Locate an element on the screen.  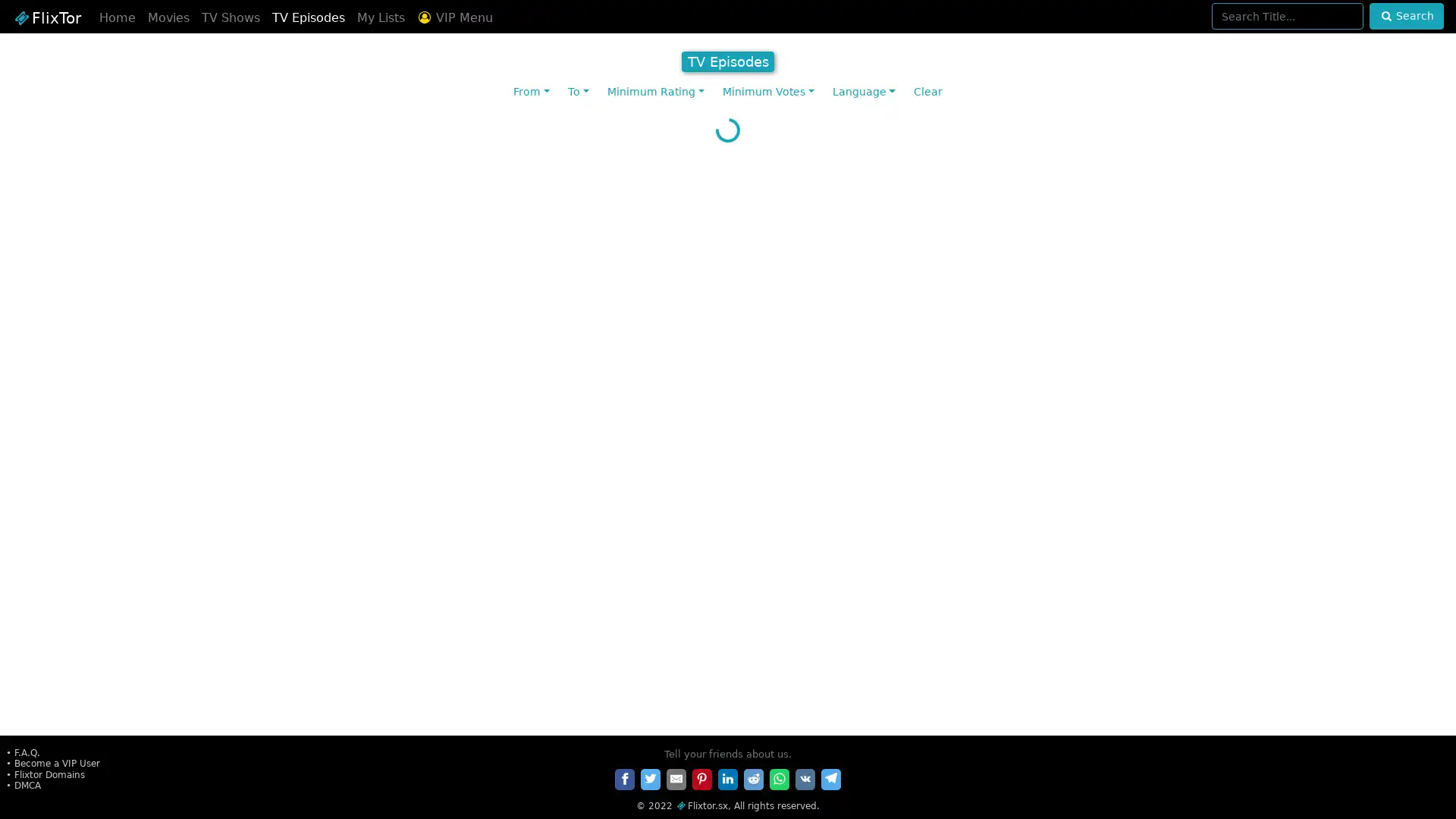
Watch Now is located at coordinates (1159, 332).